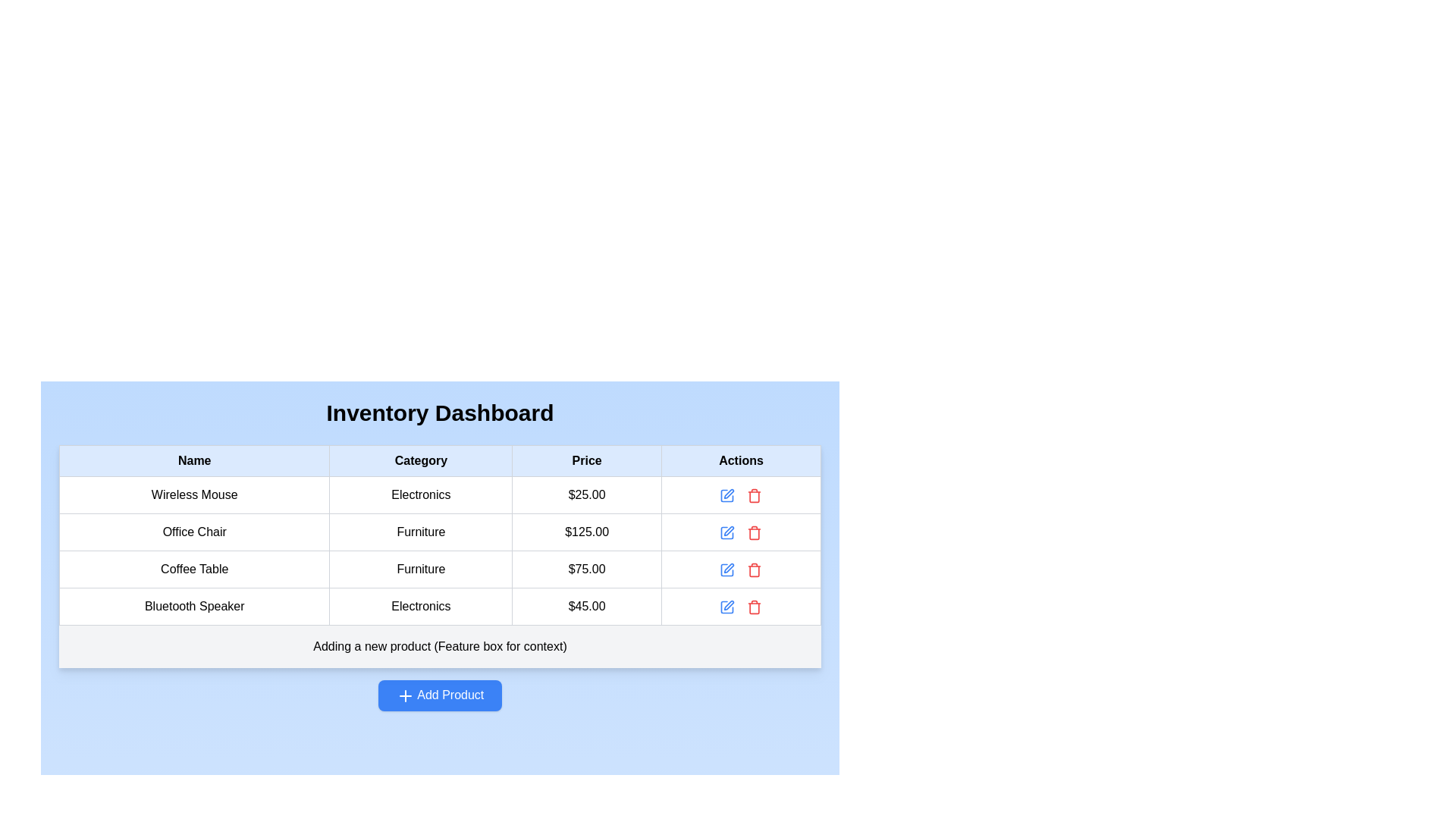 The width and height of the screenshot is (1456, 819). Describe the element at coordinates (755, 571) in the screenshot. I see `the trash bin icon located in the fourth row of the table's 'Actions' column` at that location.